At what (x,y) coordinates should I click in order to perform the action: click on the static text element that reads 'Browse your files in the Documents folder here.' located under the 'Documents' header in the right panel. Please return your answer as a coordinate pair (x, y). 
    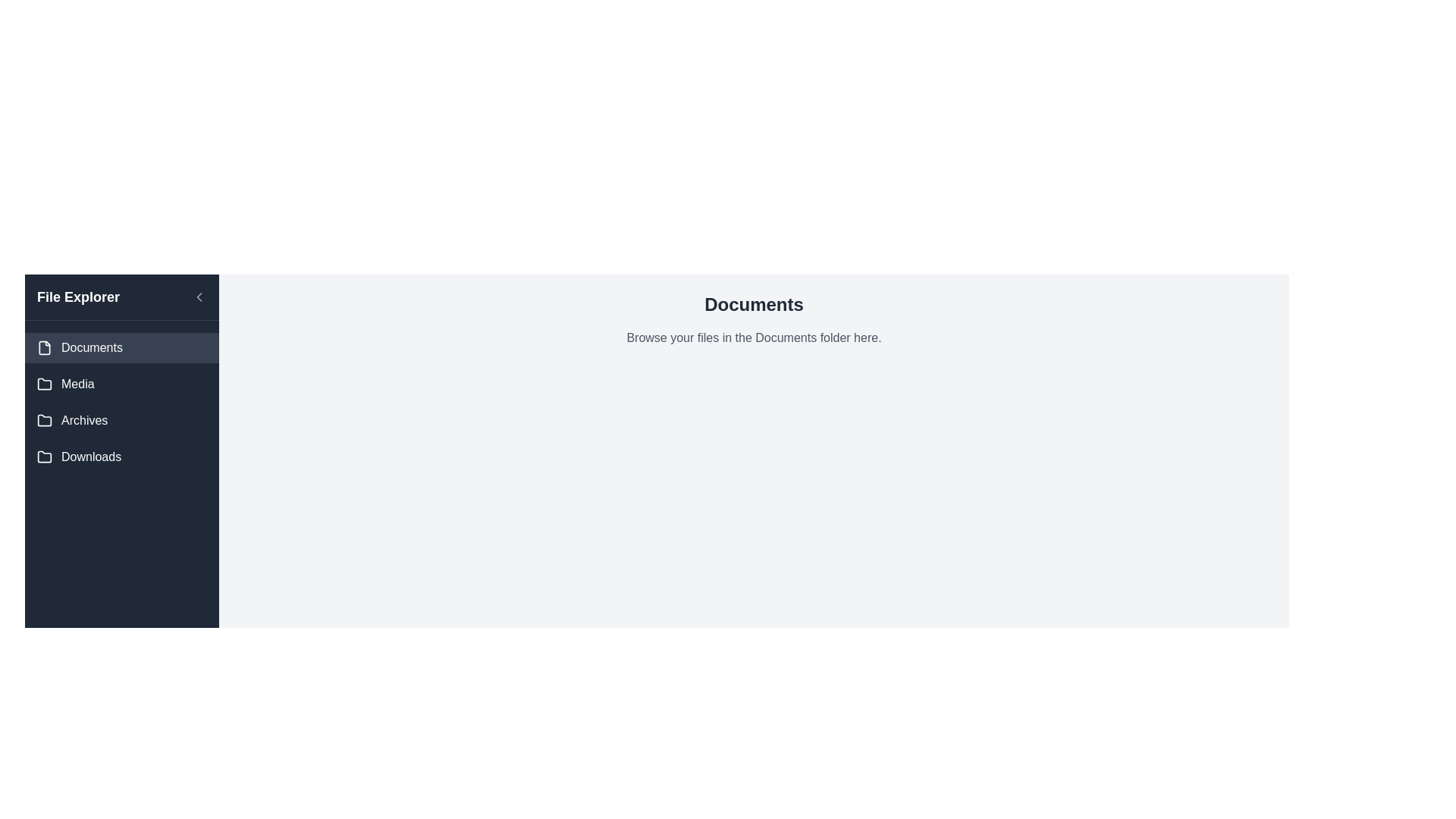
    Looking at the image, I should click on (754, 337).